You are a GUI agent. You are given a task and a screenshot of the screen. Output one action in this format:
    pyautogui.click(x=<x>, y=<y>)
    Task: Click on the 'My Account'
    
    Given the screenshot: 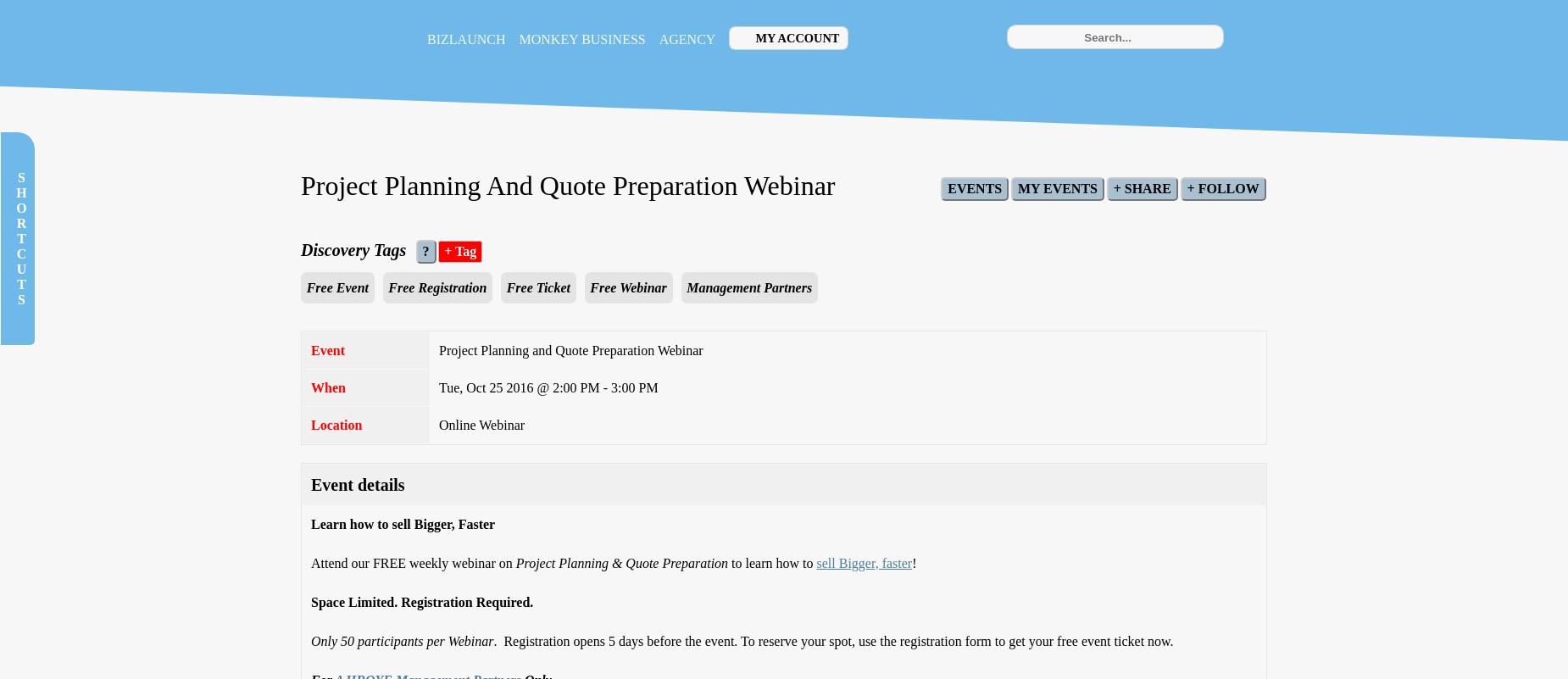 What is the action you would take?
    pyautogui.click(x=796, y=37)
    